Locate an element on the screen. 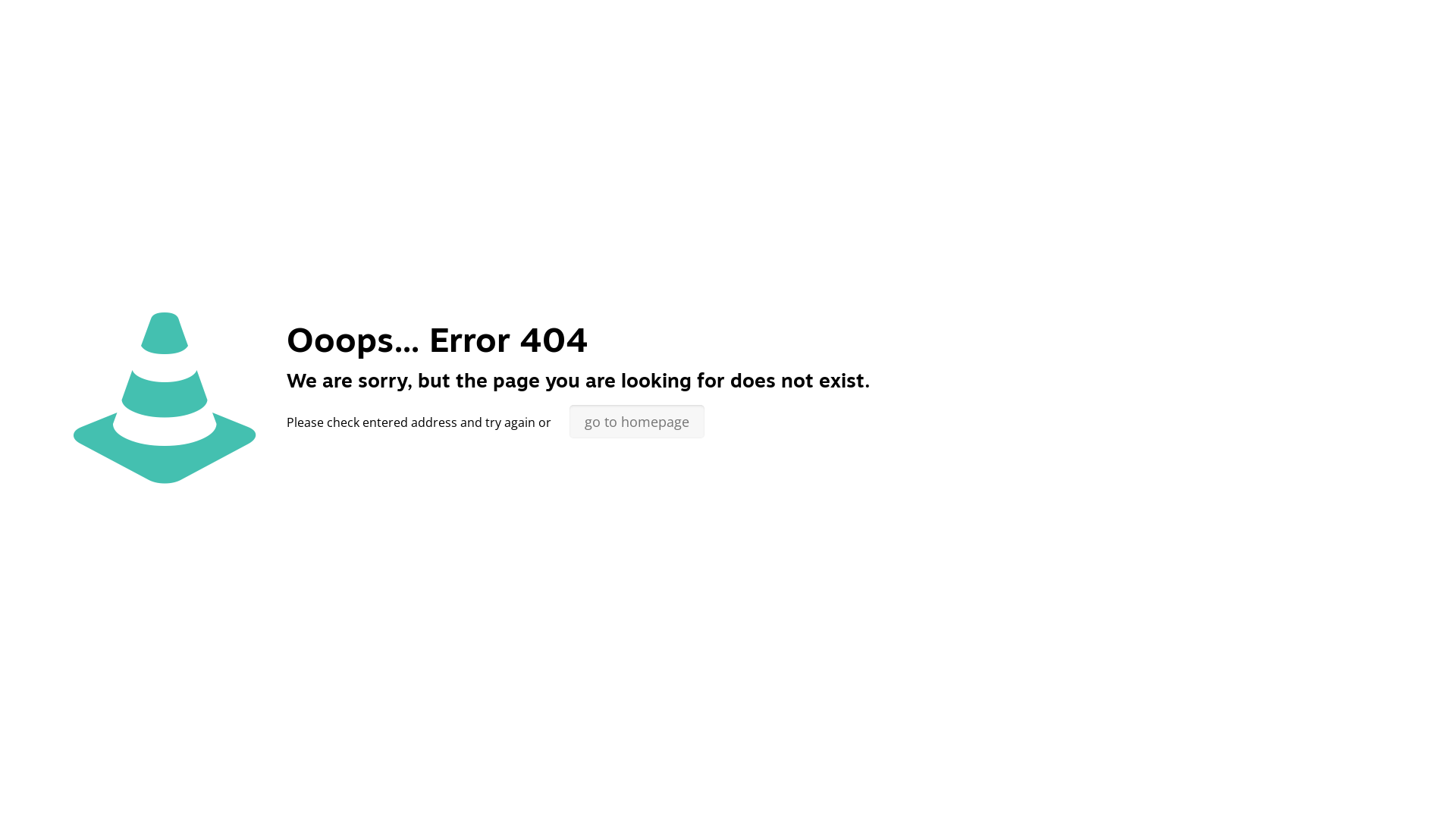 The image size is (1456, 819). 'go to homepage' is located at coordinates (637, 421).